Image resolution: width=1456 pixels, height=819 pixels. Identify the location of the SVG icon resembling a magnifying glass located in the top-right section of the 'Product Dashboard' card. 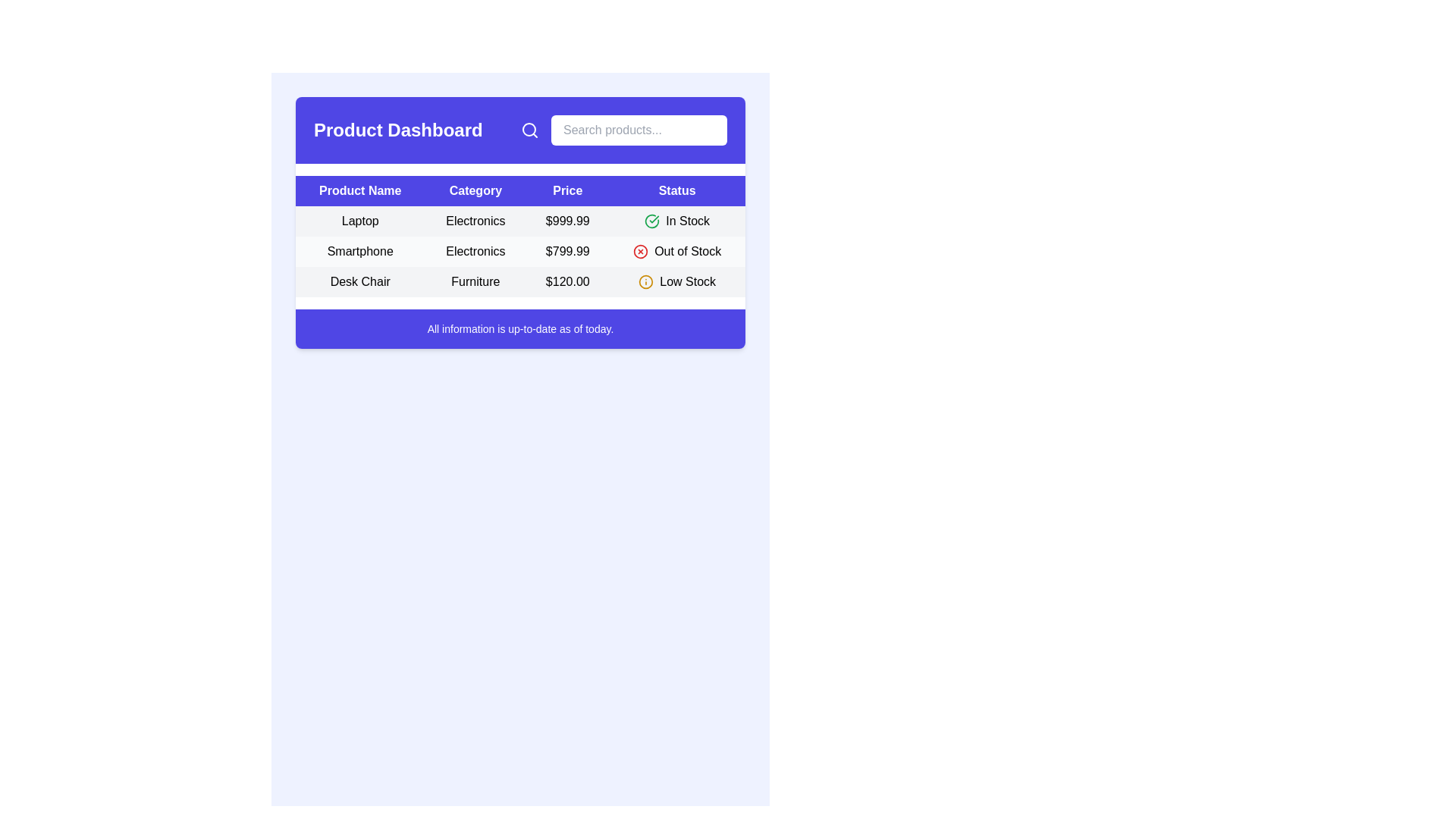
(530, 130).